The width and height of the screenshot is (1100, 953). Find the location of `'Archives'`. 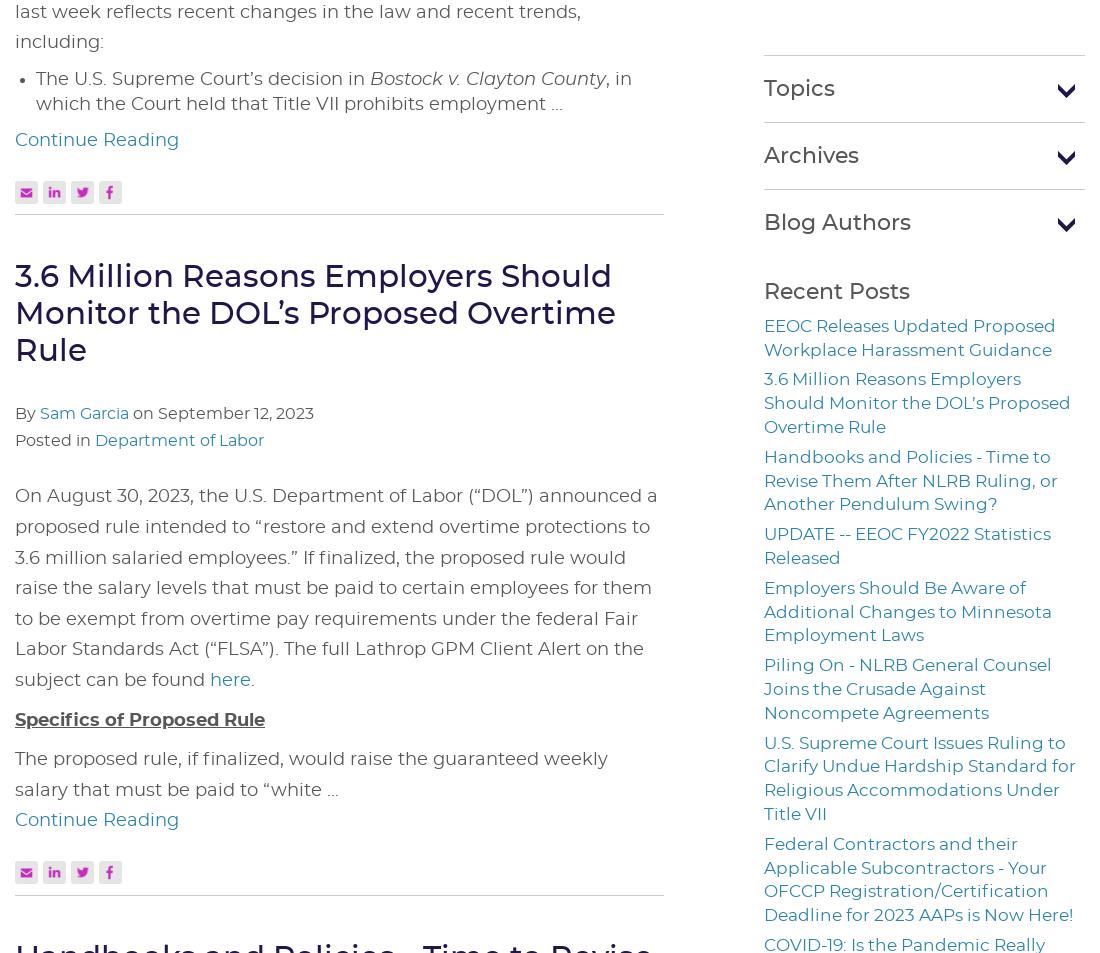

'Archives' is located at coordinates (763, 153).